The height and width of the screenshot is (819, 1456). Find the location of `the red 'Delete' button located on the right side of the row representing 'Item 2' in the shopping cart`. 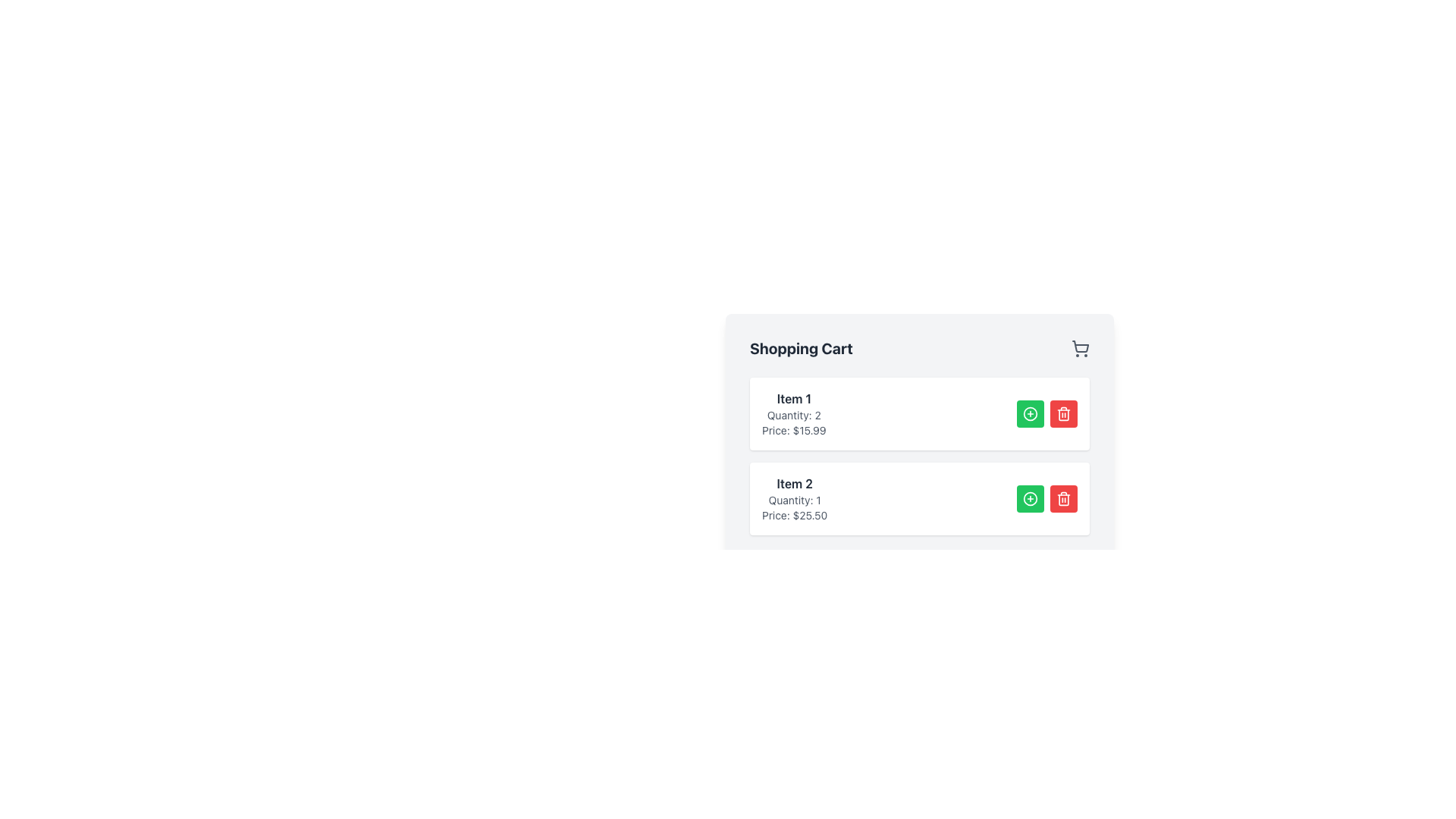

the red 'Delete' button located on the right side of the row representing 'Item 2' in the shopping cart is located at coordinates (1062, 499).